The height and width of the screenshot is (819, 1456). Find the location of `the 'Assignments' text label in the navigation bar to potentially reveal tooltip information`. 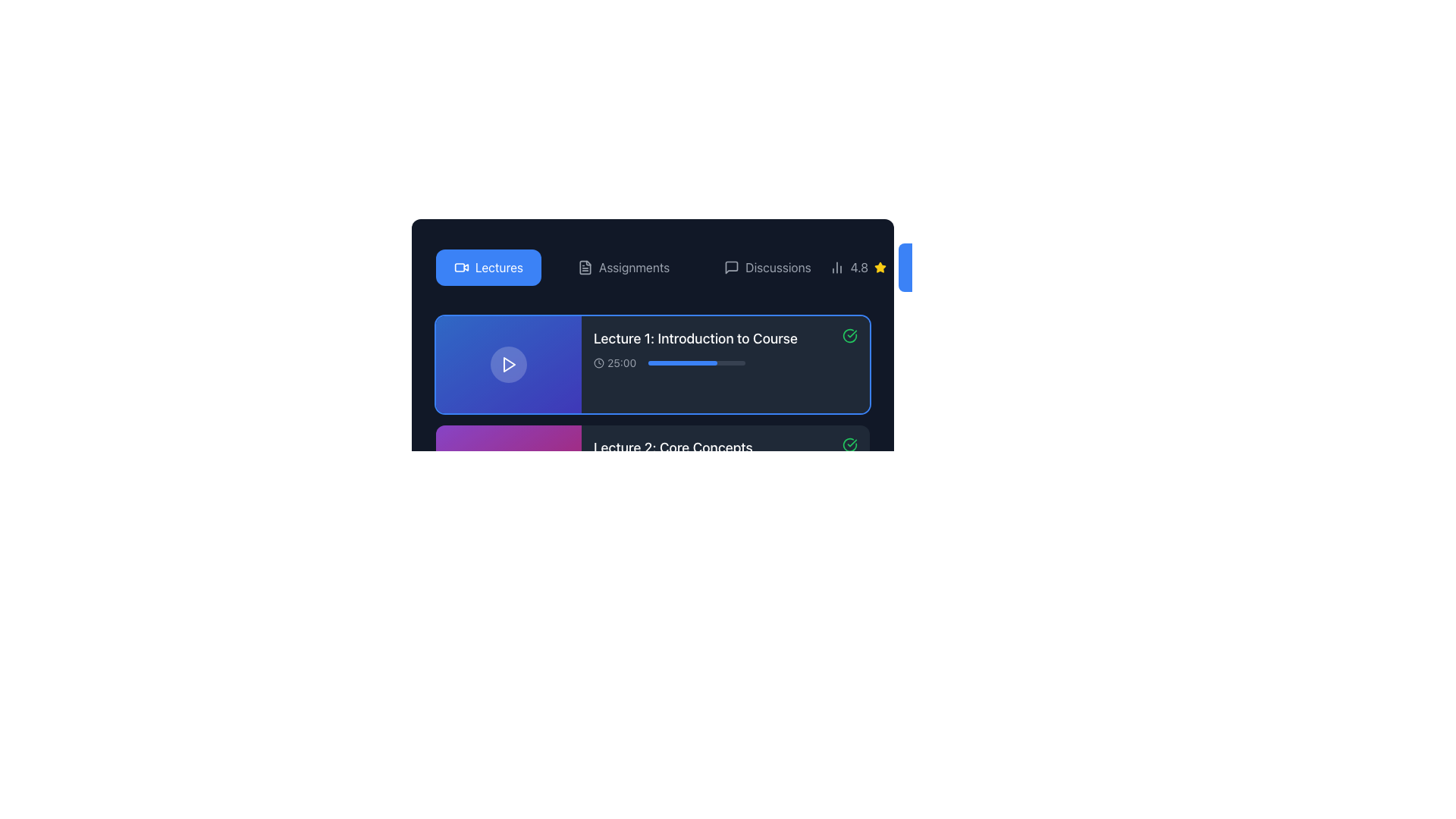

the 'Assignments' text label in the navigation bar to potentially reveal tooltip information is located at coordinates (634, 267).